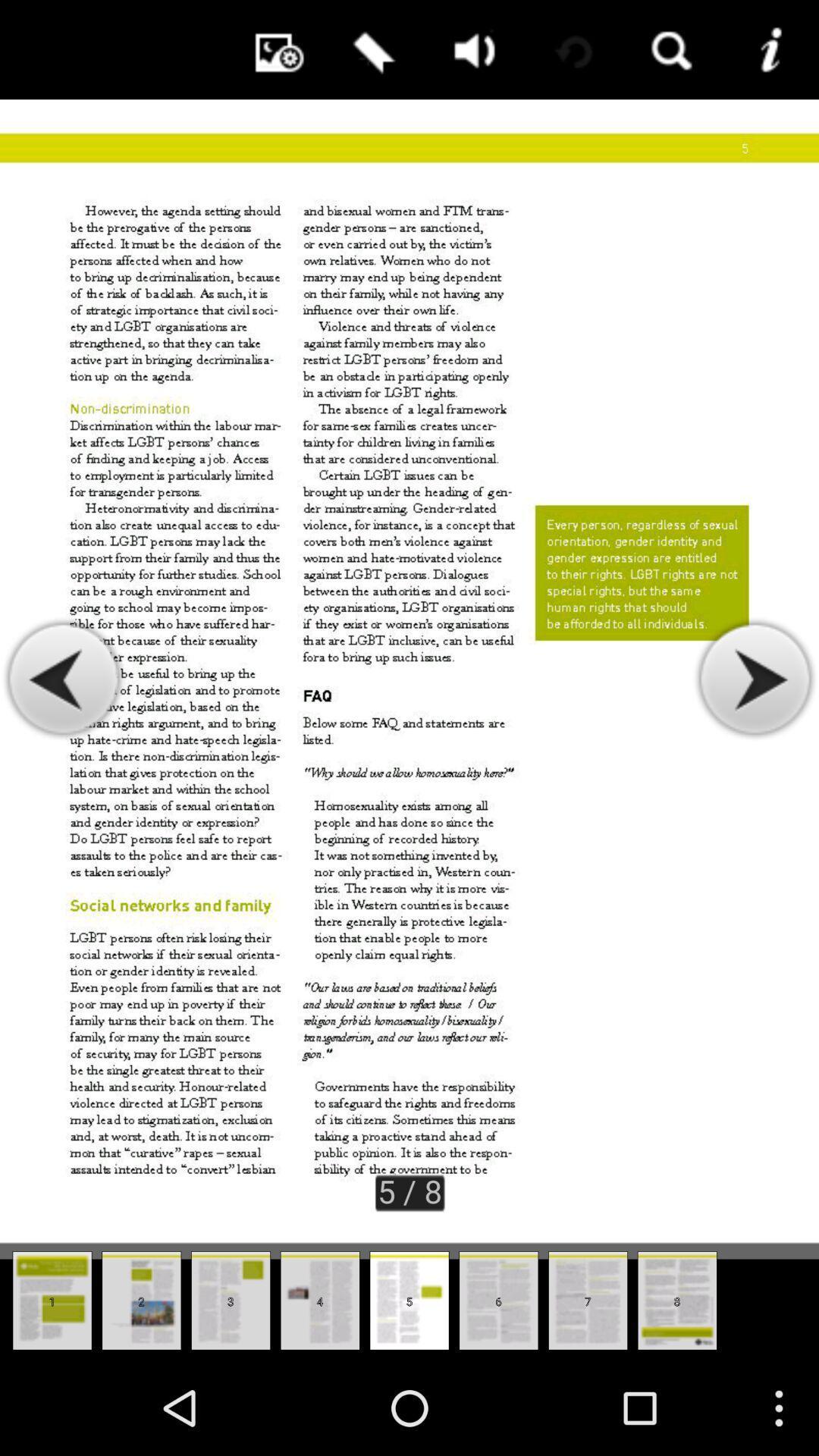 This screenshot has width=819, height=1456. What do you see at coordinates (469, 49) in the screenshot?
I see `speaker` at bounding box center [469, 49].